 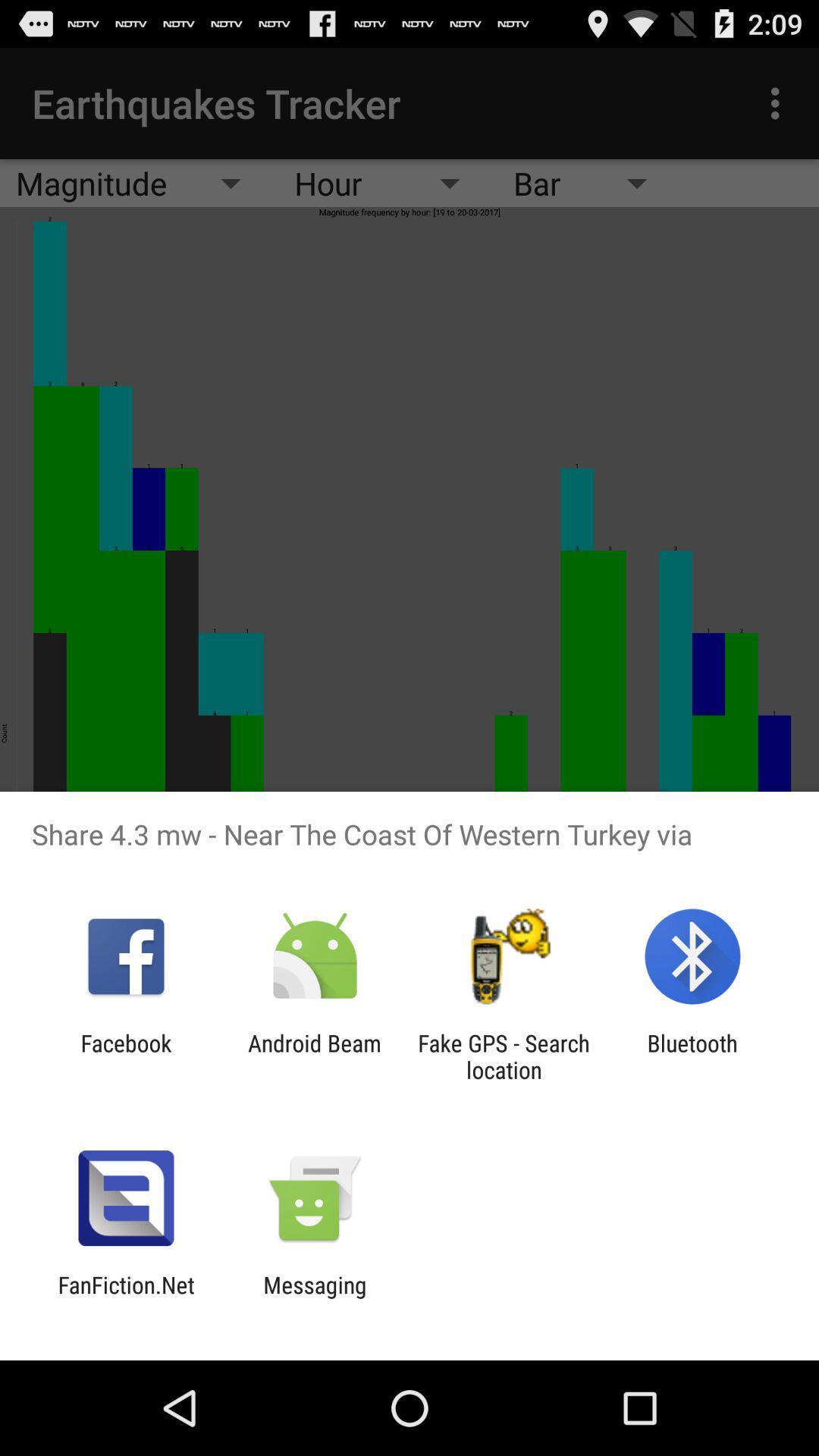 What do you see at coordinates (125, 1056) in the screenshot?
I see `the app next to the android beam app` at bounding box center [125, 1056].